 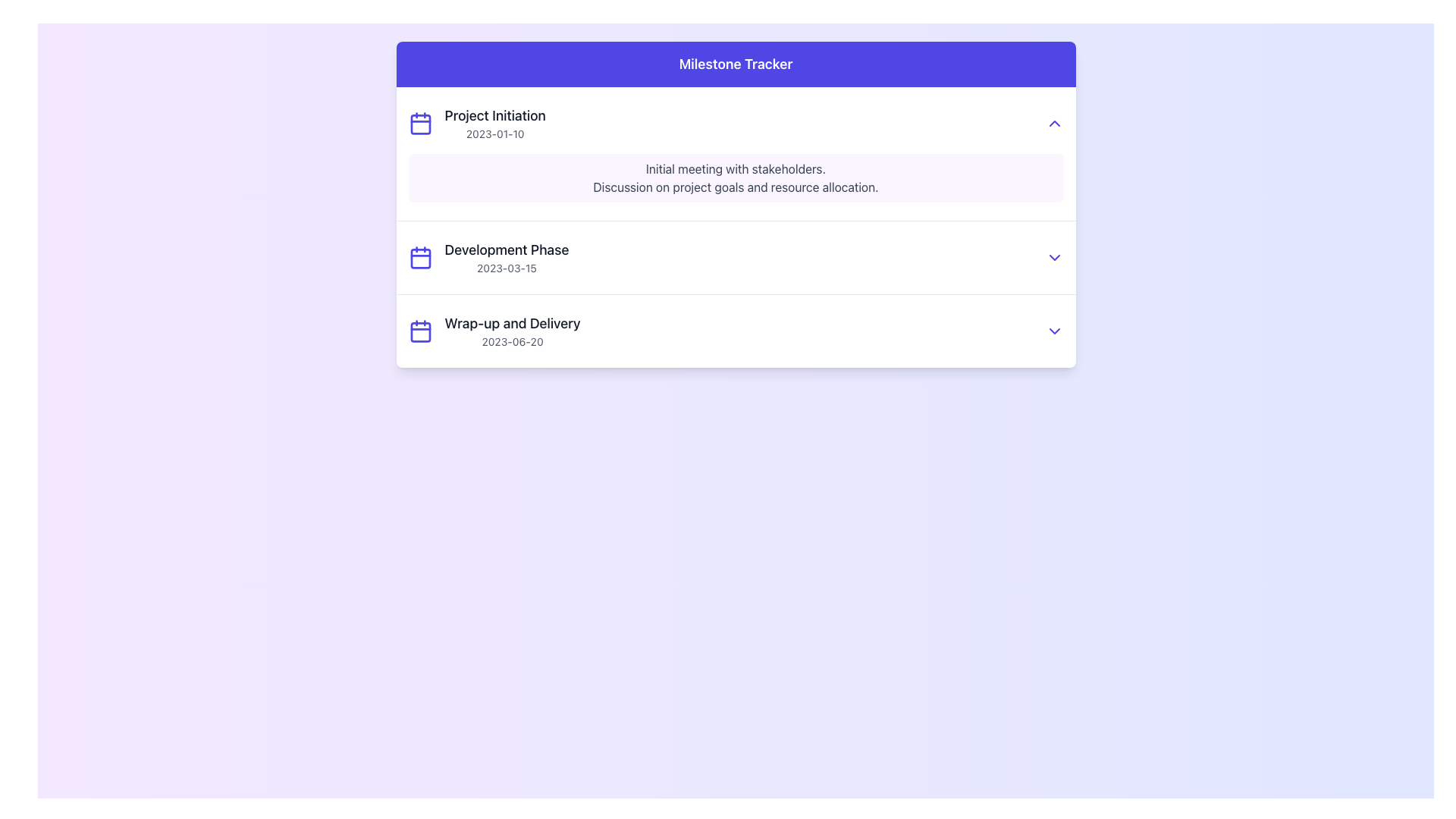 What do you see at coordinates (420, 330) in the screenshot?
I see `the calendar icon element next to the event 'Wrap-up and Delivery' with the date '2023-06-20'` at bounding box center [420, 330].